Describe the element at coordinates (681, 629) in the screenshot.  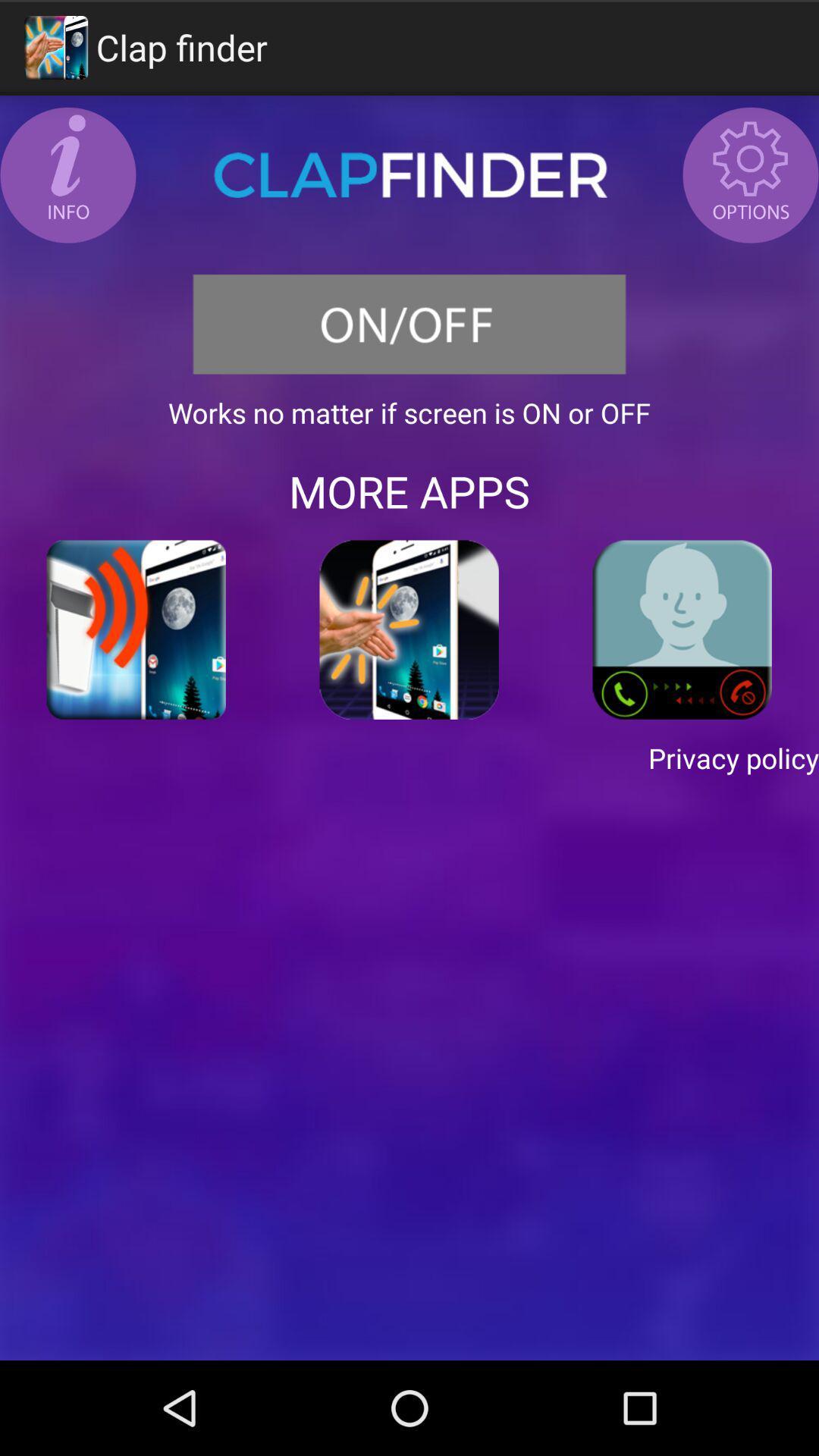
I see `the icon below more apps item` at that location.